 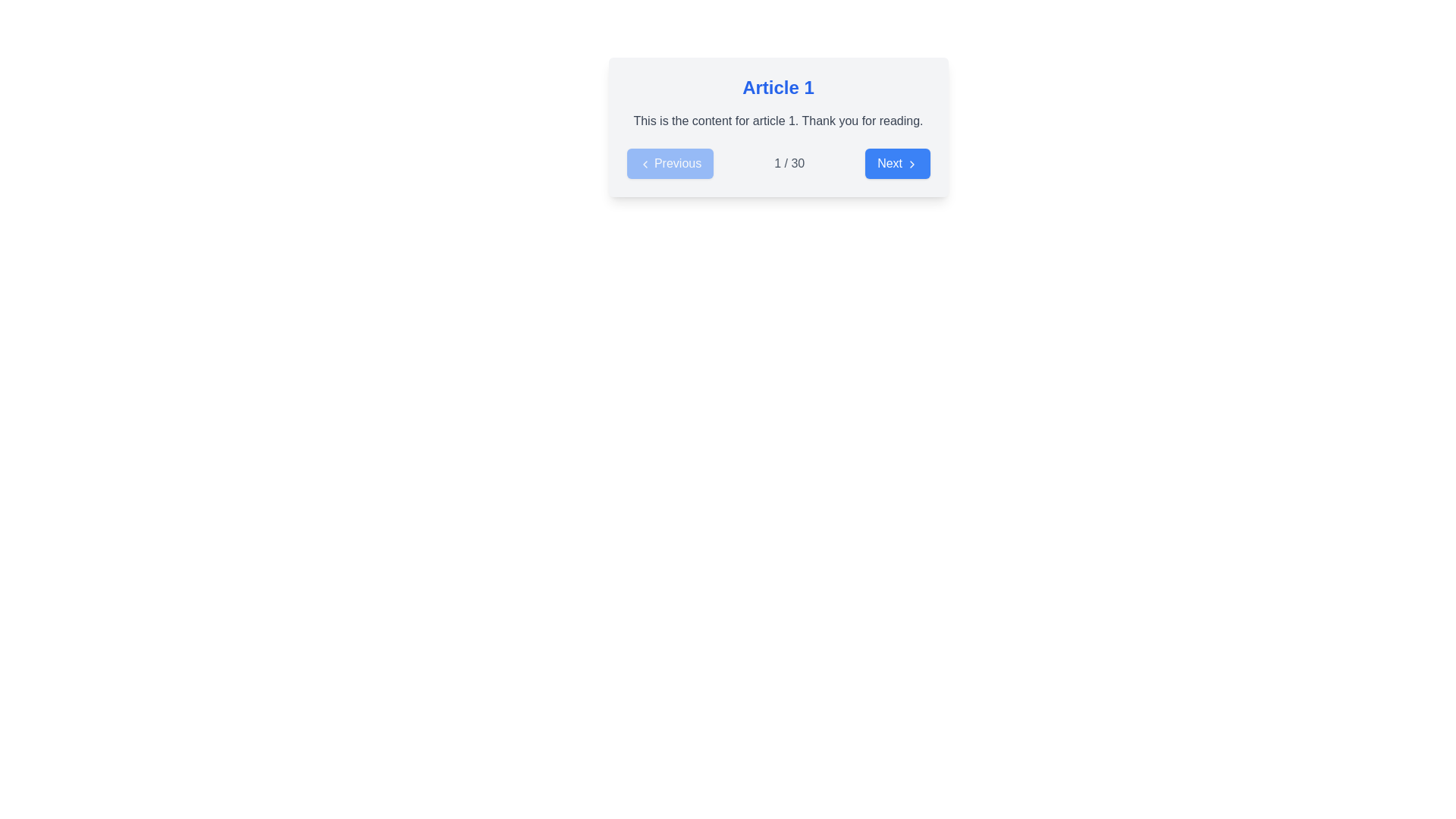 What do you see at coordinates (911, 164) in the screenshot?
I see `the chevron arrow icon indicating forward navigation, which is positioned inside the 'Next' button to the right of the text 'Next'` at bounding box center [911, 164].